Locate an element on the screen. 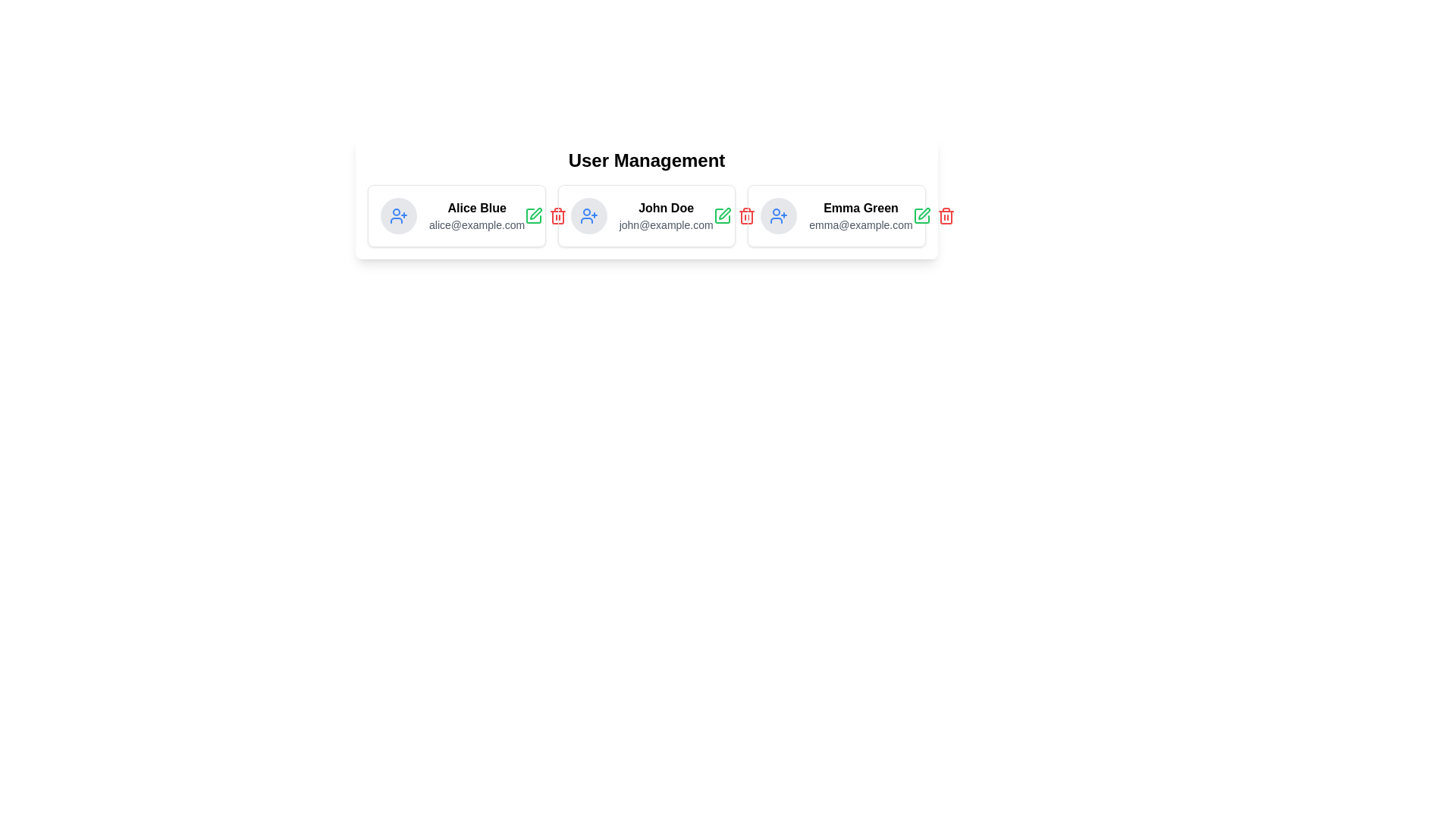 Image resolution: width=1456 pixels, height=819 pixels. the Informational Display element containing 'Alice Blue' and 'alice@example.com', which is located in the first section of the user list, adjacent to user profile and edit icons is located at coordinates (456, 216).